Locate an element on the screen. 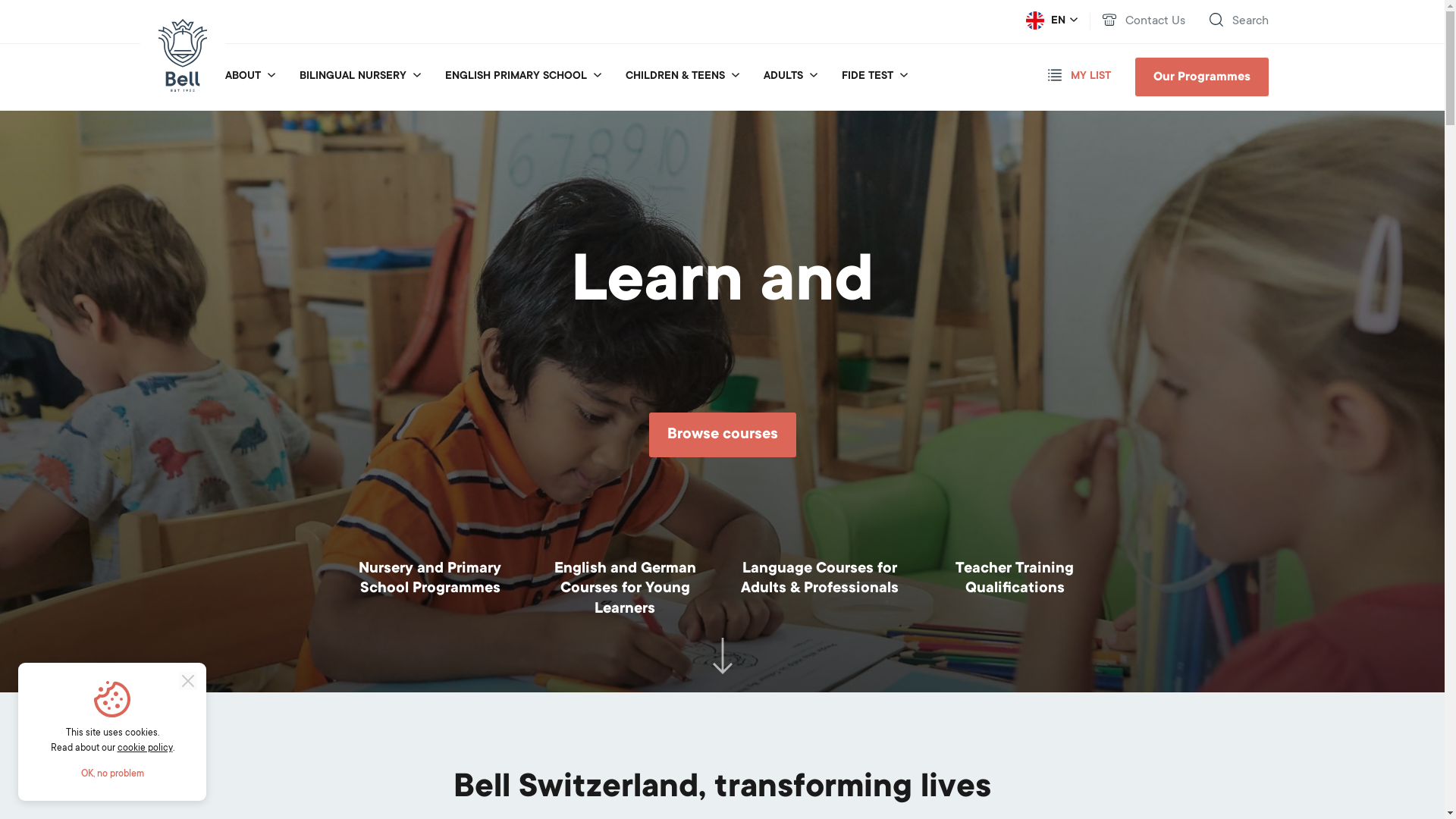  'Browse courses' is located at coordinates (648, 435).